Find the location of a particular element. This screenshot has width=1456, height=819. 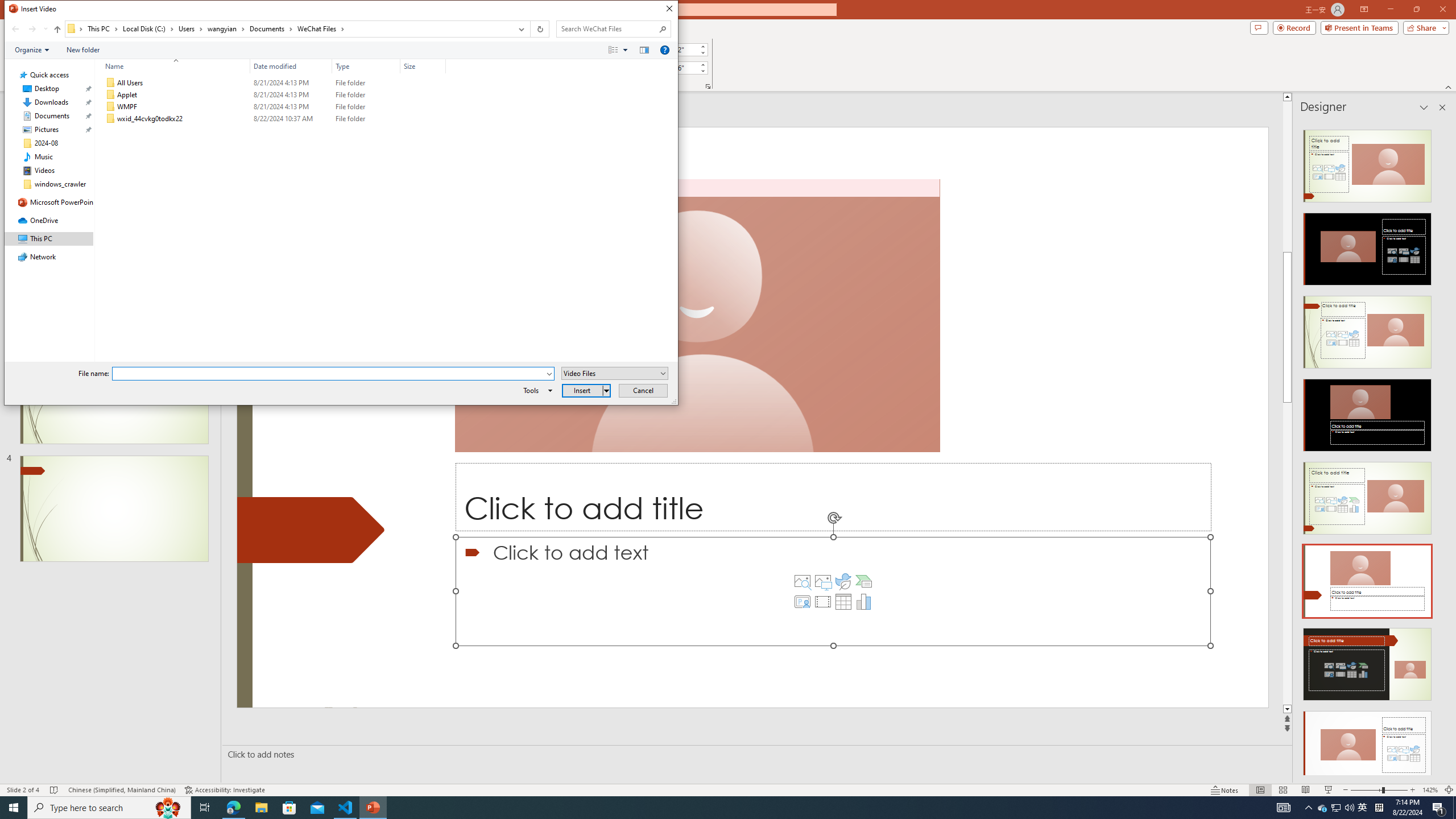

'File Explorer' is located at coordinates (260, 806).